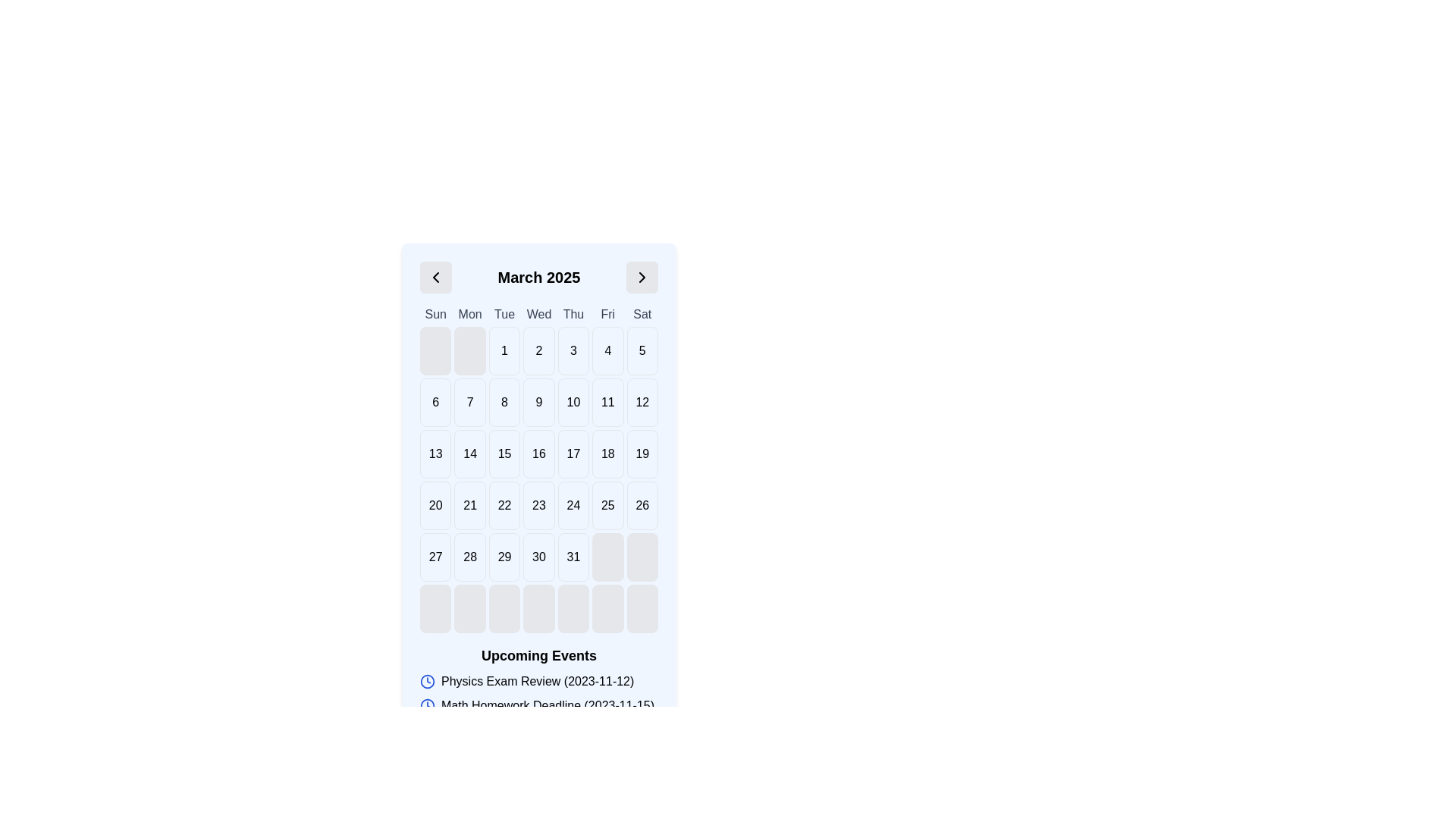 Image resolution: width=1456 pixels, height=819 pixels. Describe the element at coordinates (504, 506) in the screenshot. I see `the Calendar Day Cell containing the number '22'` at that location.